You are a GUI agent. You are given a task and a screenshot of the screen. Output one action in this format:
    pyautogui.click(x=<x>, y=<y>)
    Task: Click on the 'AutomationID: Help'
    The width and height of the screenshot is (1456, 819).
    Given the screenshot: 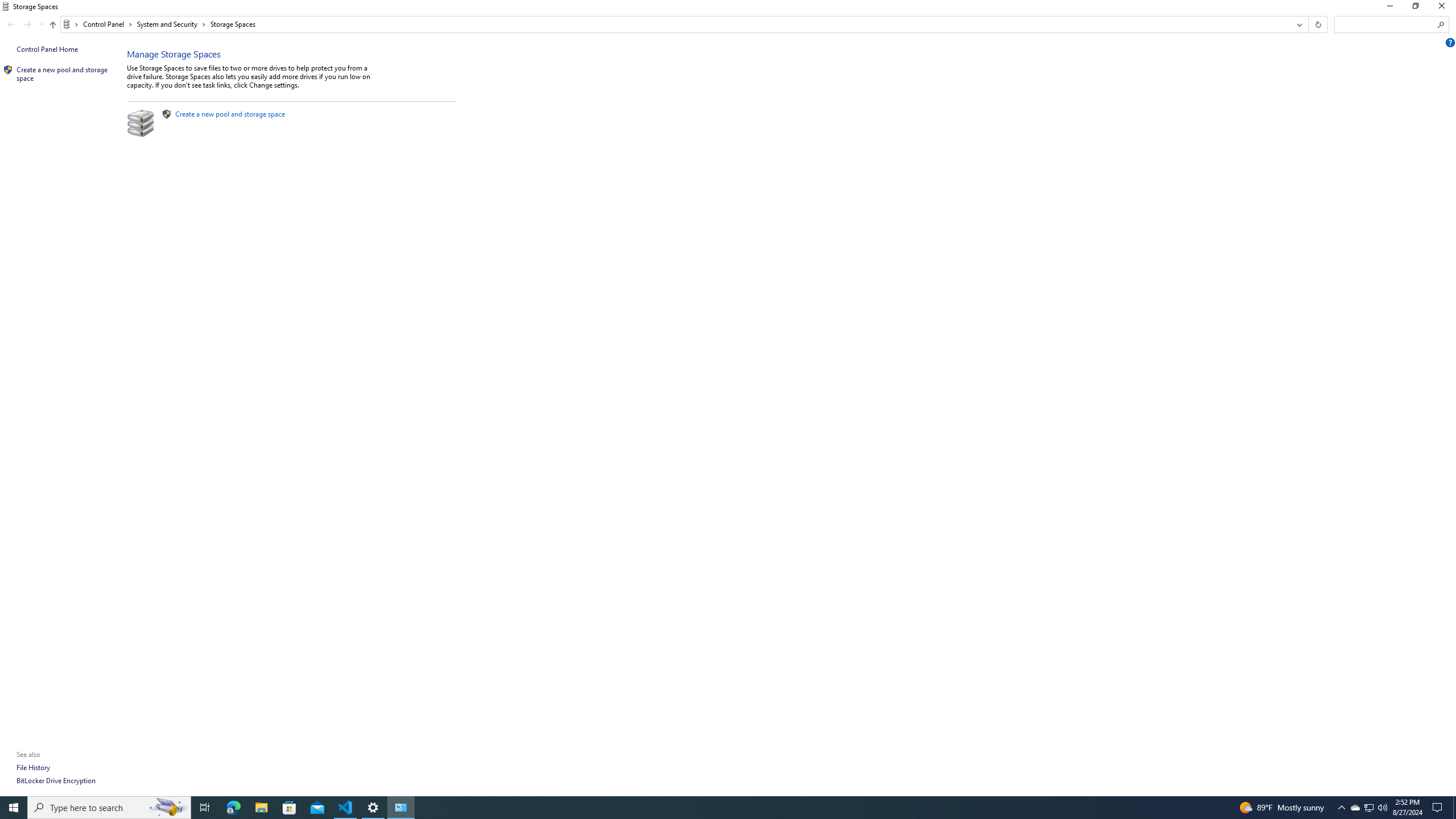 What is the action you would take?
    pyautogui.click(x=1451, y=42)
    